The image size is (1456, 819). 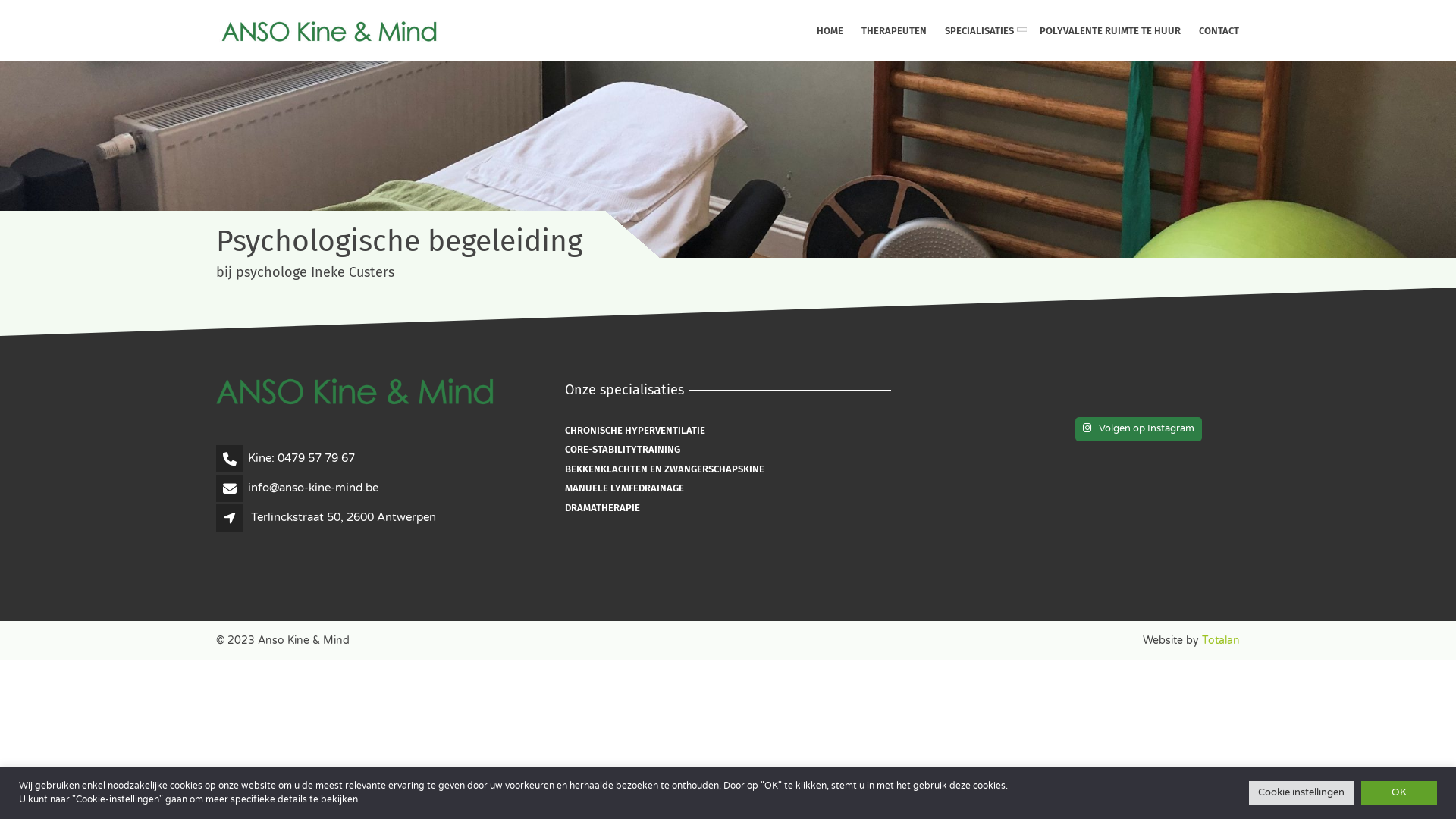 What do you see at coordinates (934, 30) in the screenshot?
I see `'SPECIALISATIES'` at bounding box center [934, 30].